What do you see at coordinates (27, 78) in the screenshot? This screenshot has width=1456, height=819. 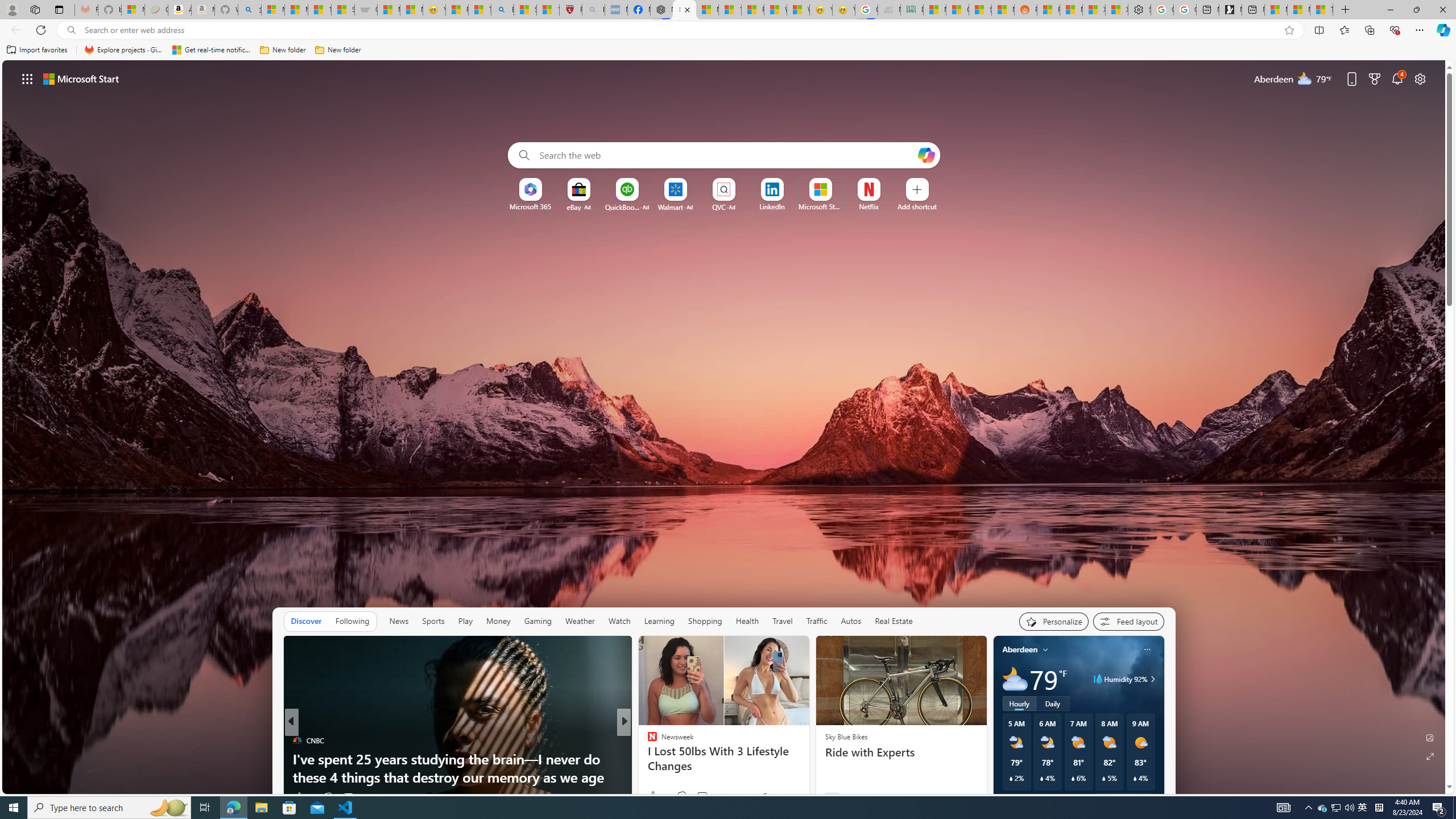 I see `'App launcher'` at bounding box center [27, 78].